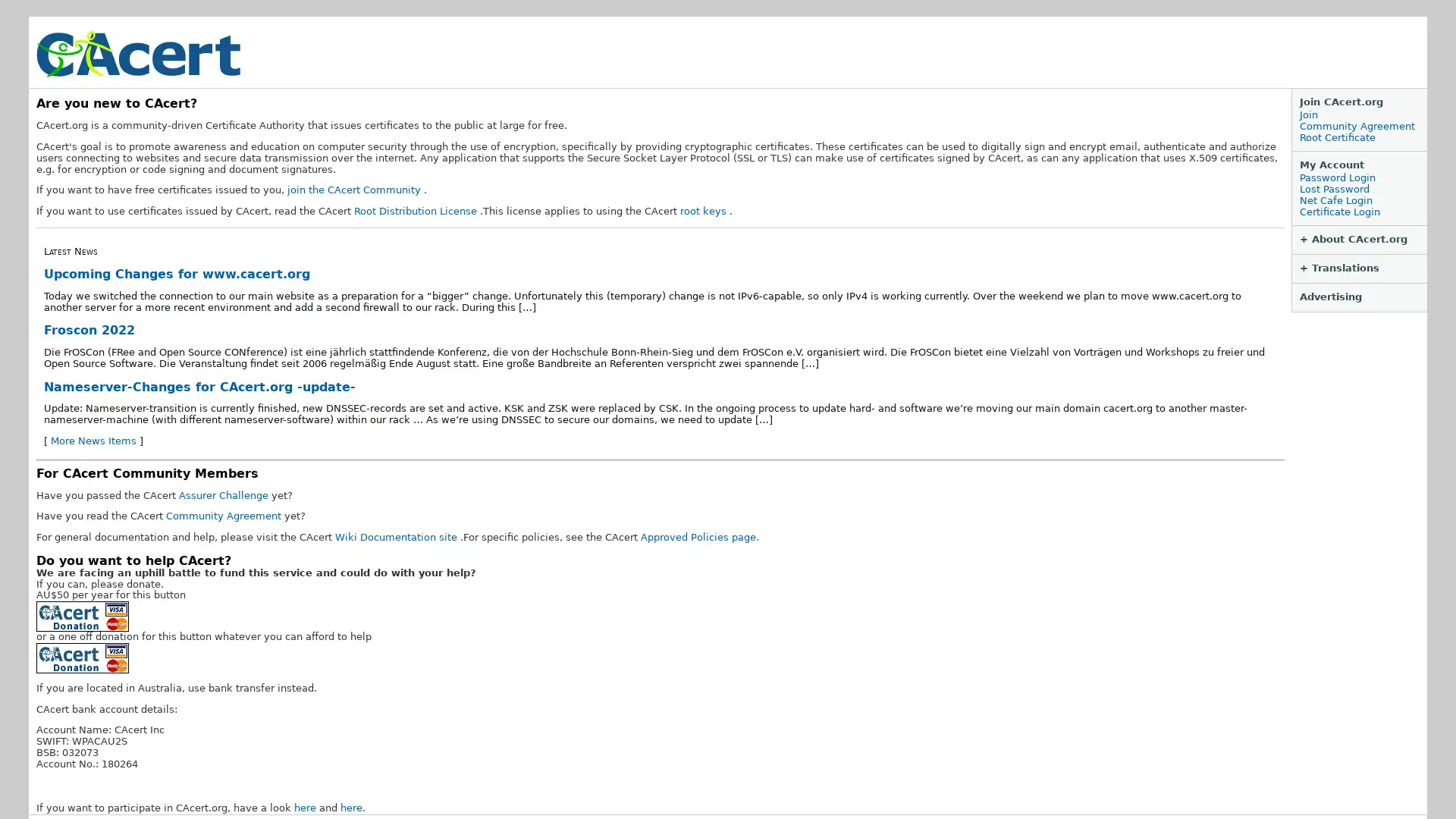  What do you see at coordinates (82, 617) in the screenshot?
I see `PayPal` at bounding box center [82, 617].